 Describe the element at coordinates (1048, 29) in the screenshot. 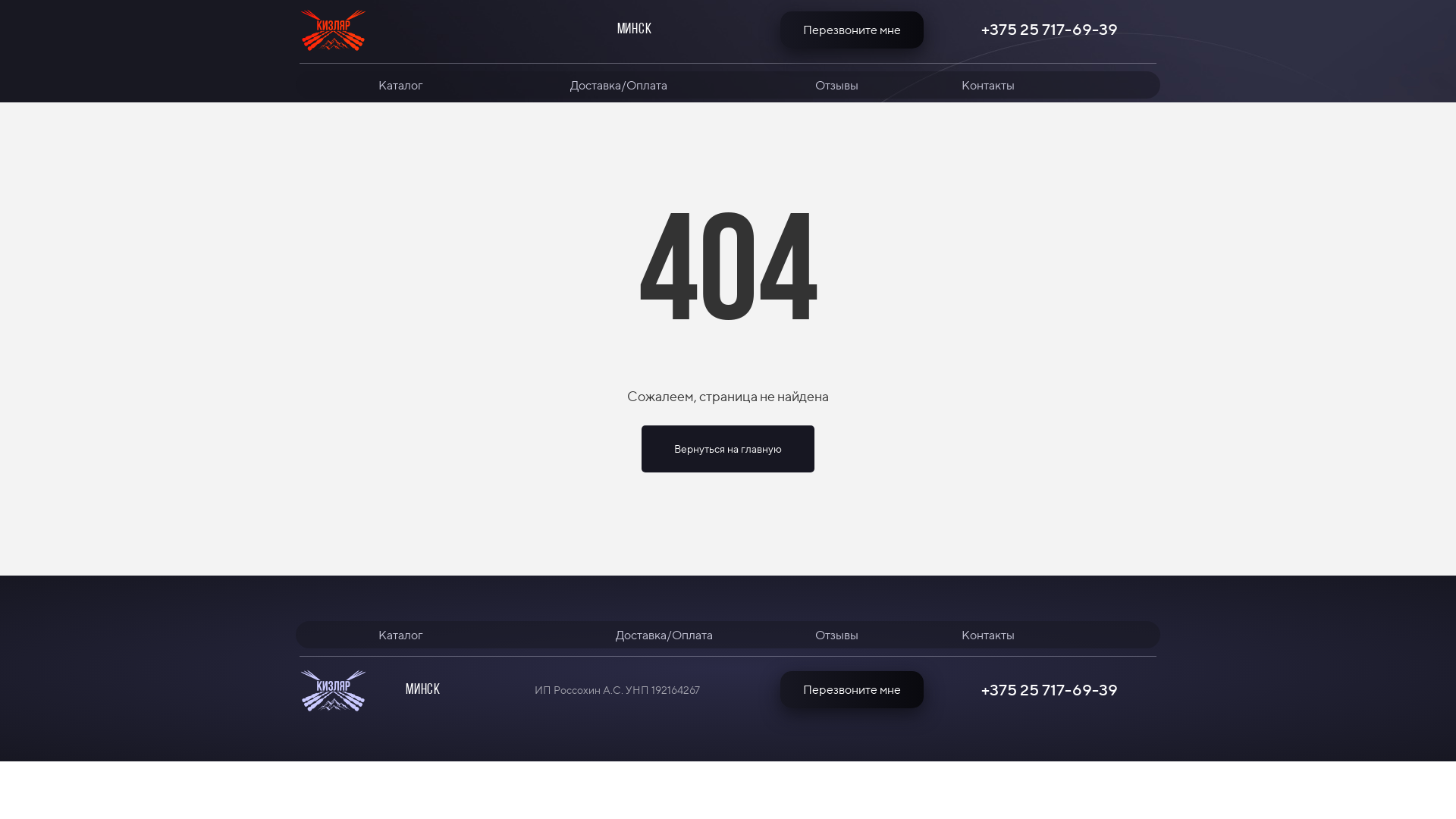

I see `'+375 25 717-69-39'` at that location.